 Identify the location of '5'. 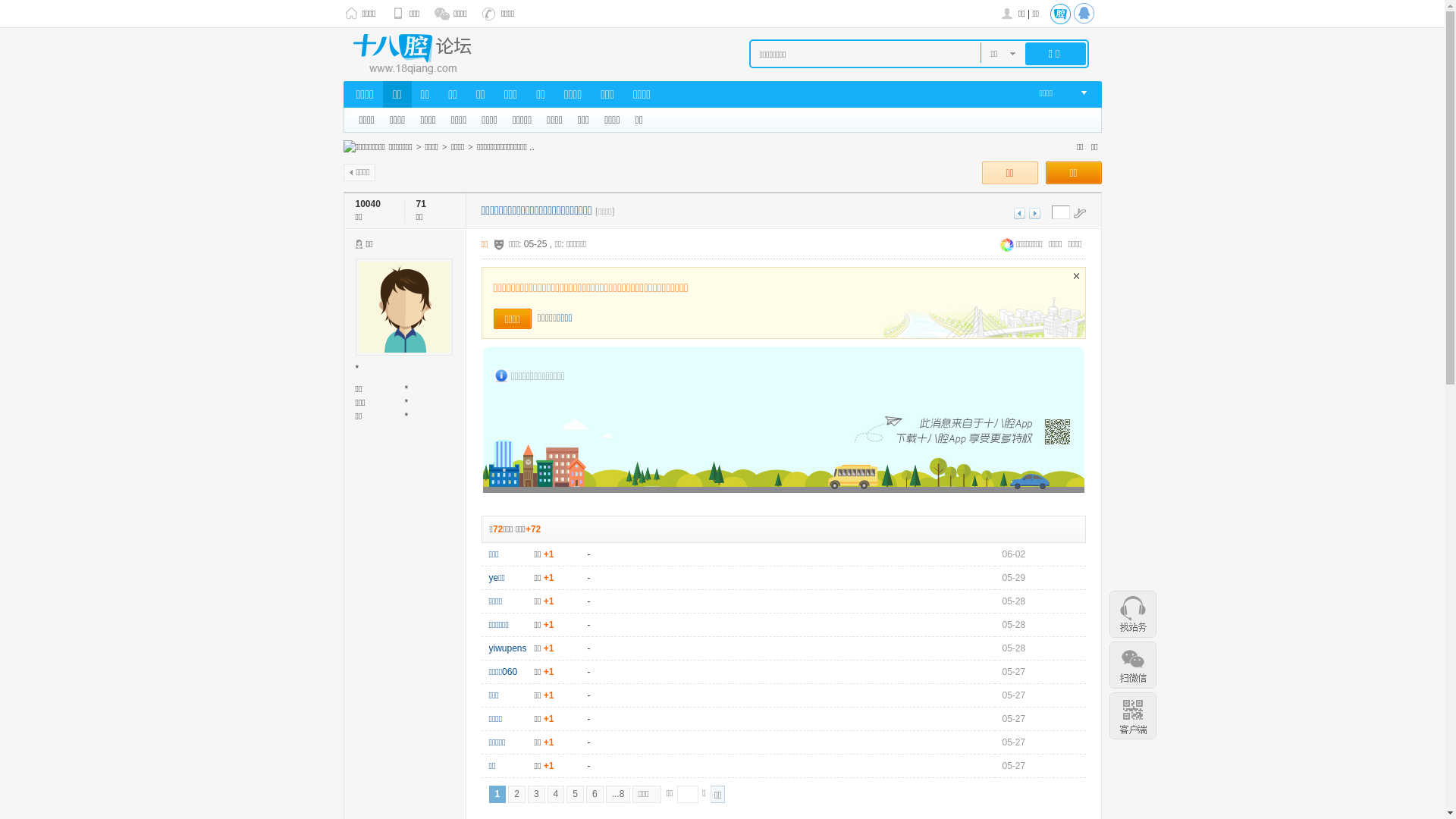
(574, 793).